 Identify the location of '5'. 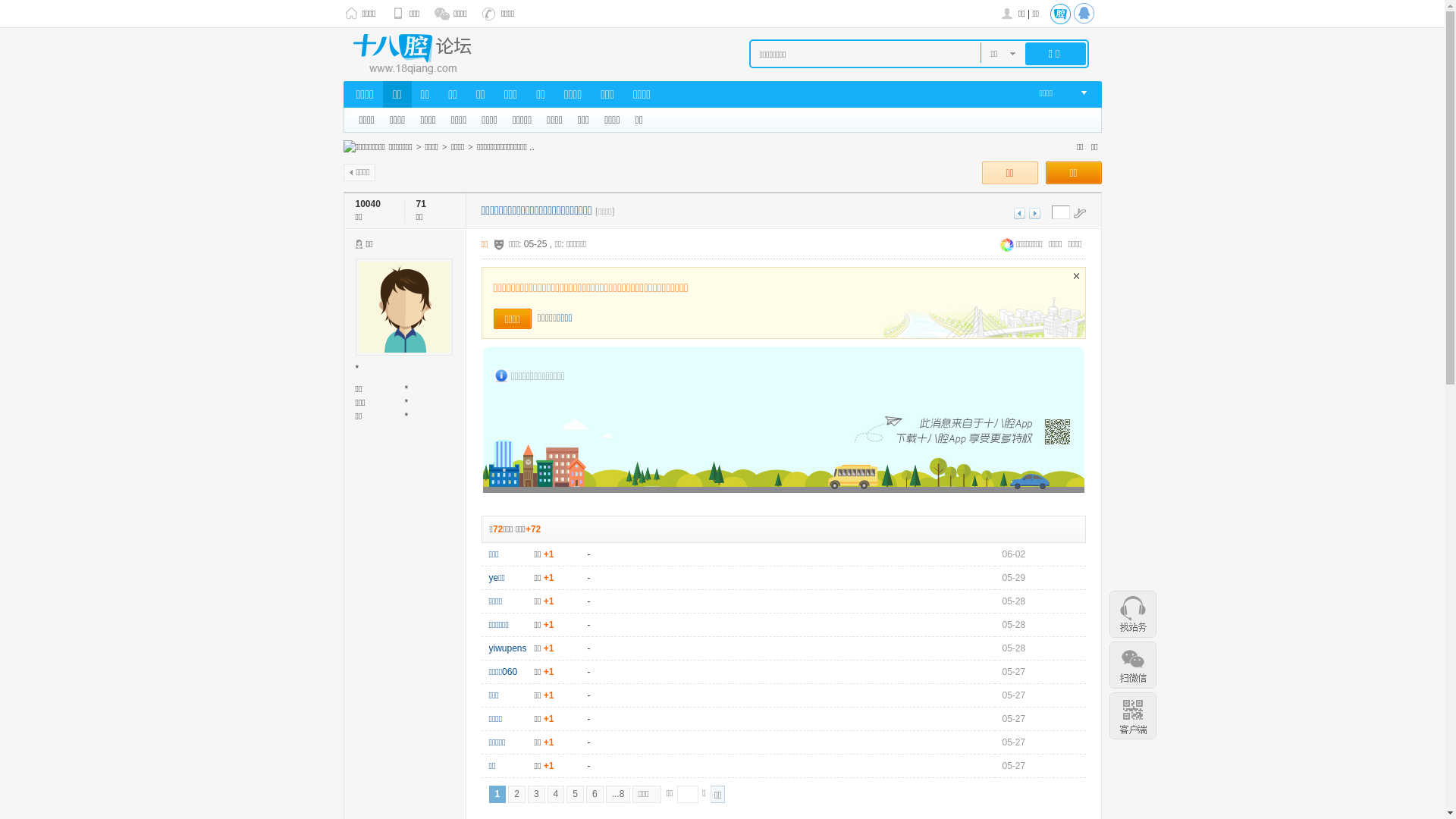
(574, 793).